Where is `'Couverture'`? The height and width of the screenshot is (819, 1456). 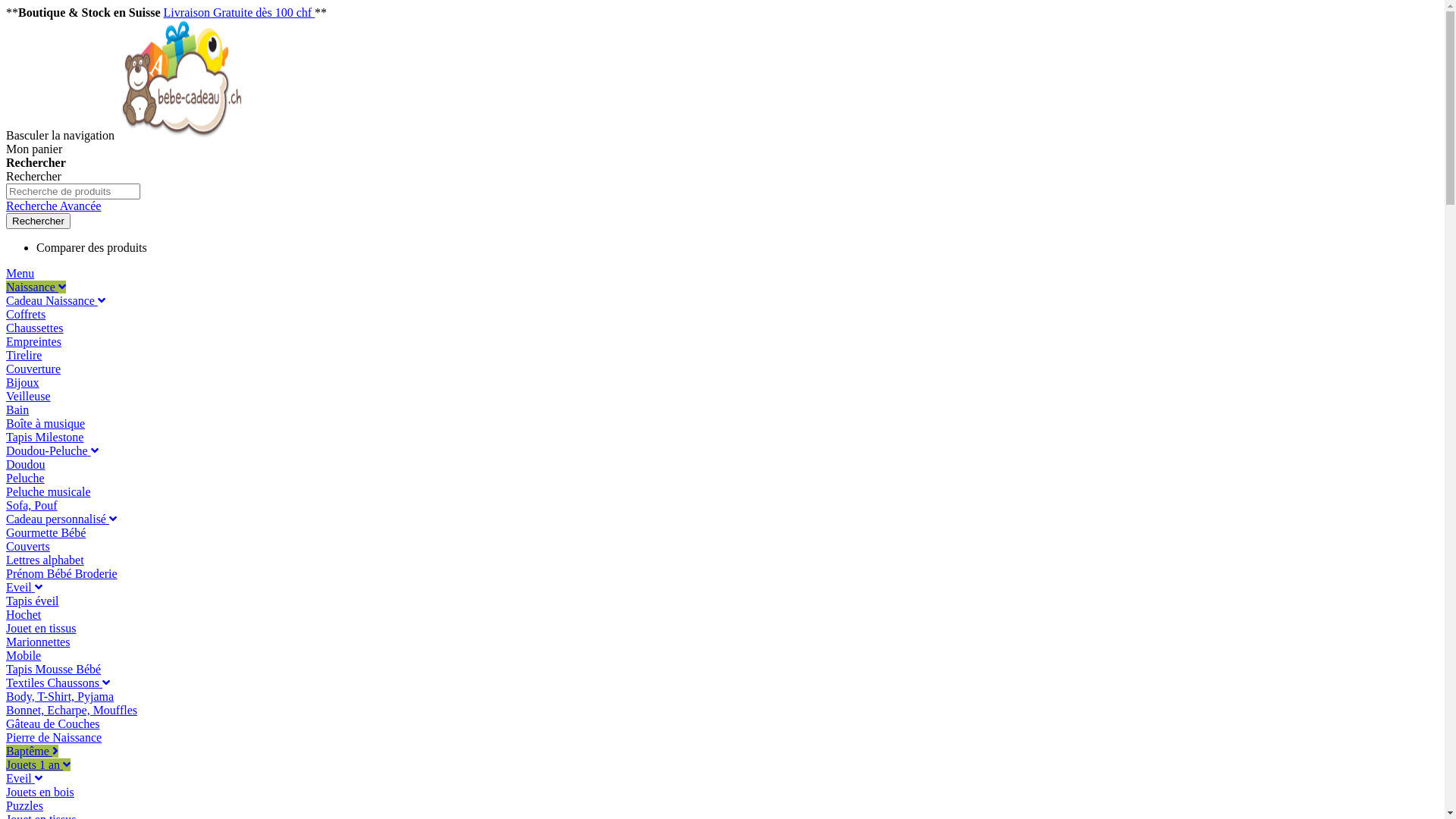 'Couverture' is located at coordinates (33, 369).